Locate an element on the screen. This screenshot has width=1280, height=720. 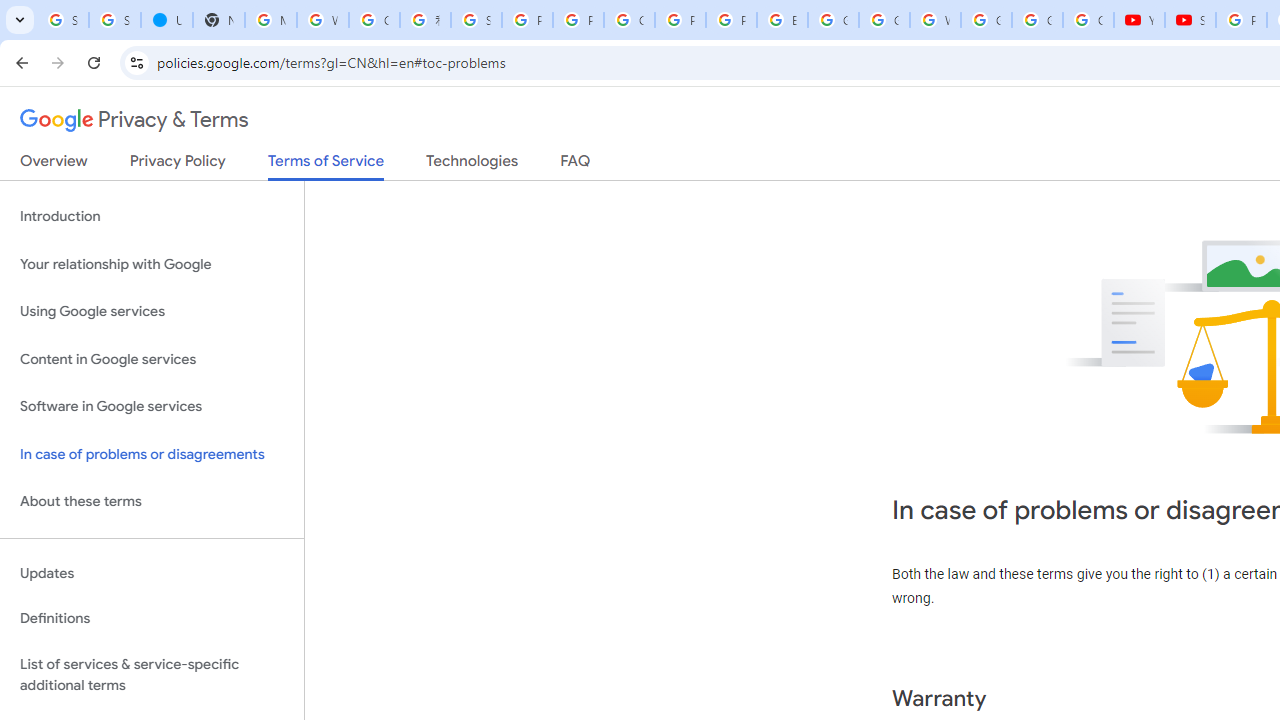
'Technologies' is located at coordinates (471, 164).